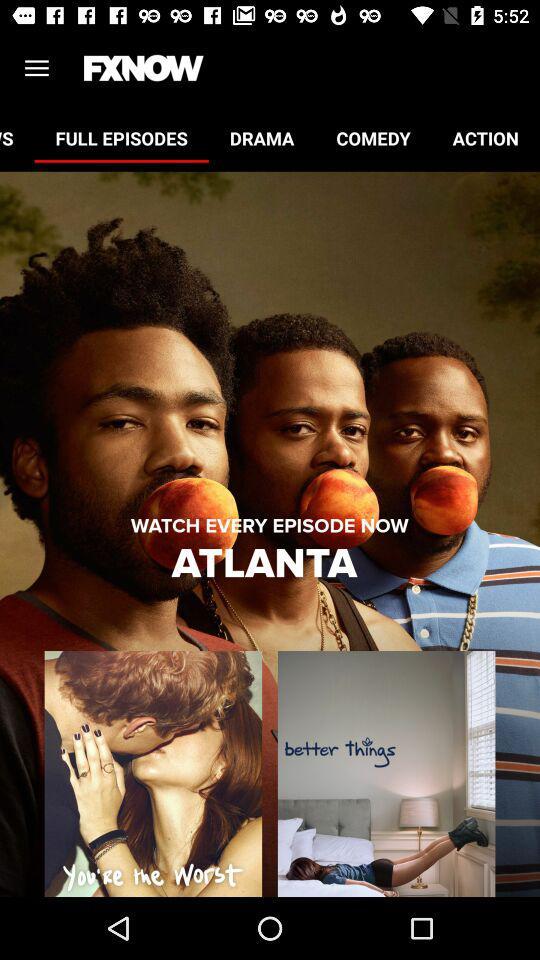 The image size is (540, 960). What do you see at coordinates (121, 137) in the screenshot?
I see `the full episodes  option` at bounding box center [121, 137].